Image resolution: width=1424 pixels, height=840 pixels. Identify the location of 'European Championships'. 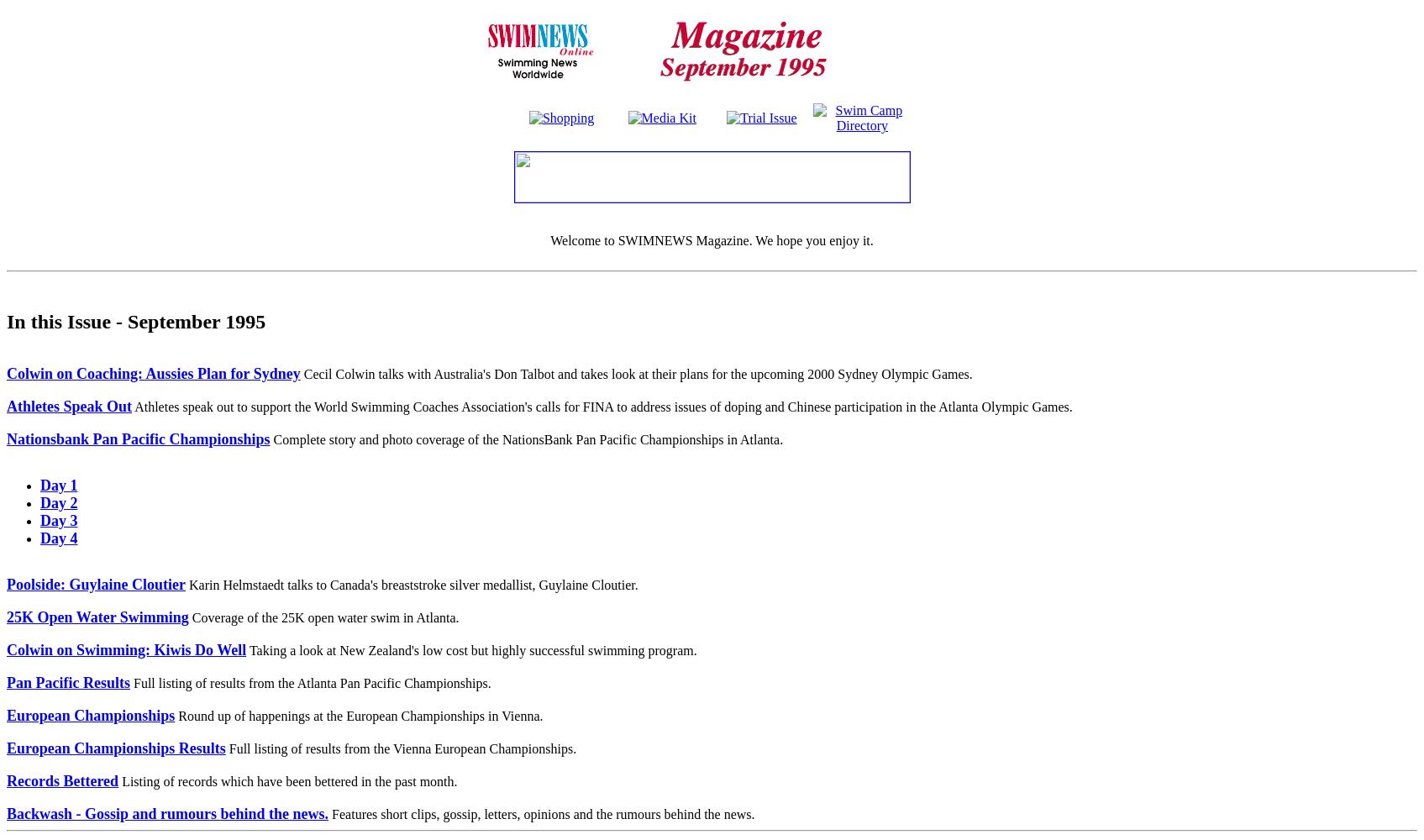
(89, 714).